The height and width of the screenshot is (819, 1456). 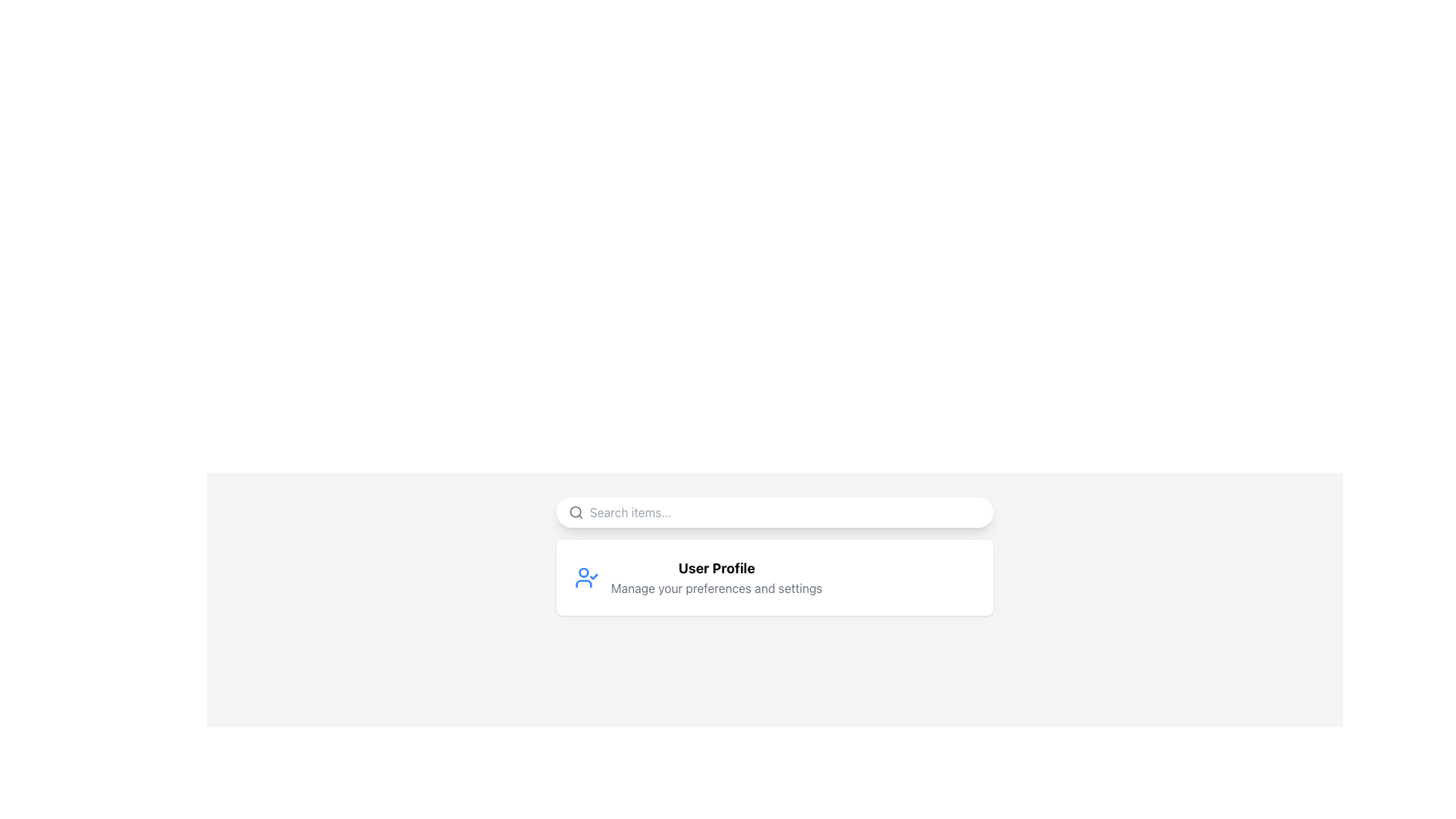 I want to click on the user icon with a checkmark styled in blue, located to the left of the 'User Profile' text, so click(x=585, y=578).